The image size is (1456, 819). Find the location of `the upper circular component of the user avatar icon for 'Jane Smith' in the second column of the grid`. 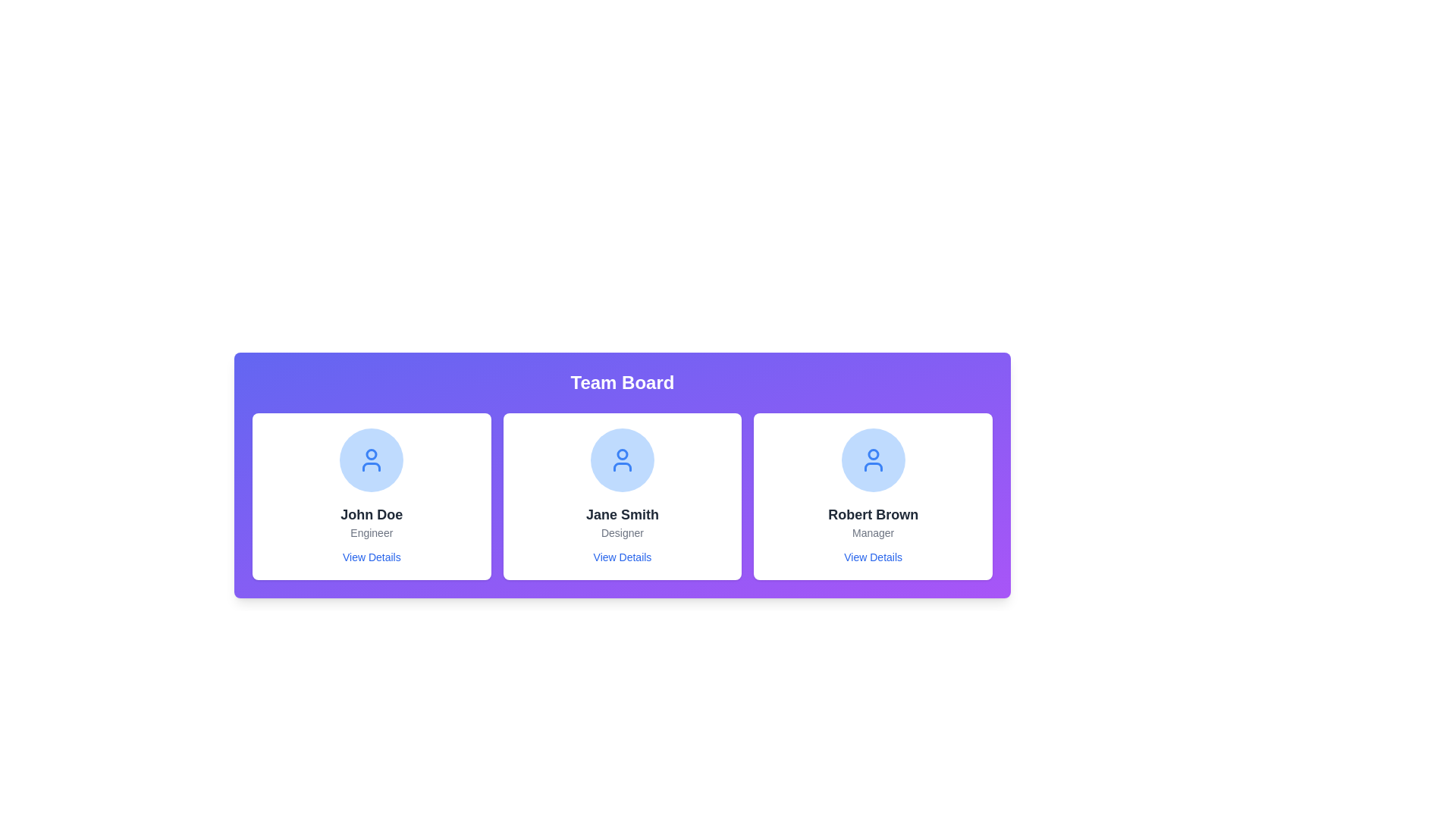

the upper circular component of the user avatar icon for 'Jane Smith' in the second column of the grid is located at coordinates (622, 453).